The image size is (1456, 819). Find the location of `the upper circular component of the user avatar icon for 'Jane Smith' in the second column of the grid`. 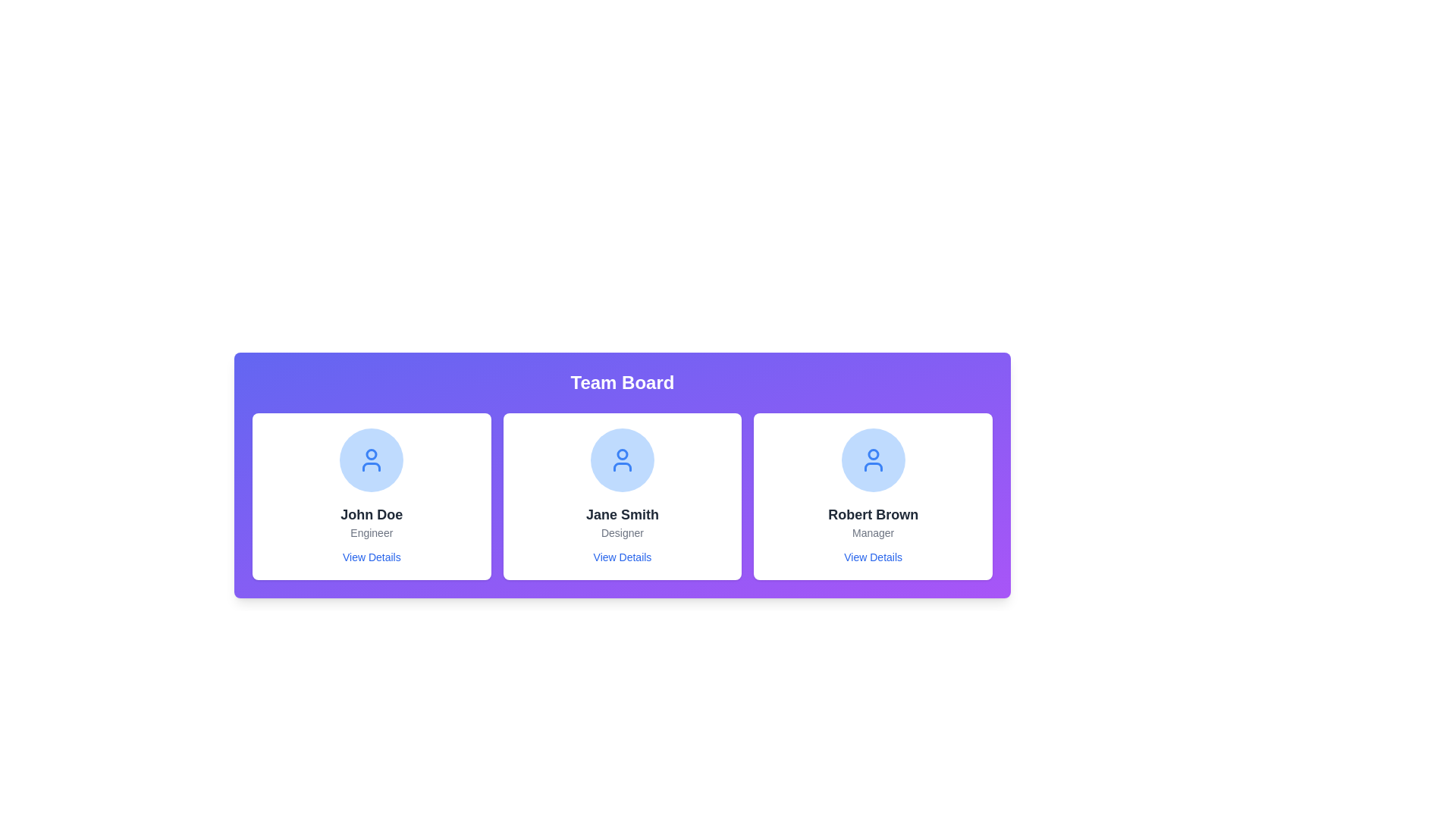

the upper circular component of the user avatar icon for 'Jane Smith' in the second column of the grid is located at coordinates (622, 453).